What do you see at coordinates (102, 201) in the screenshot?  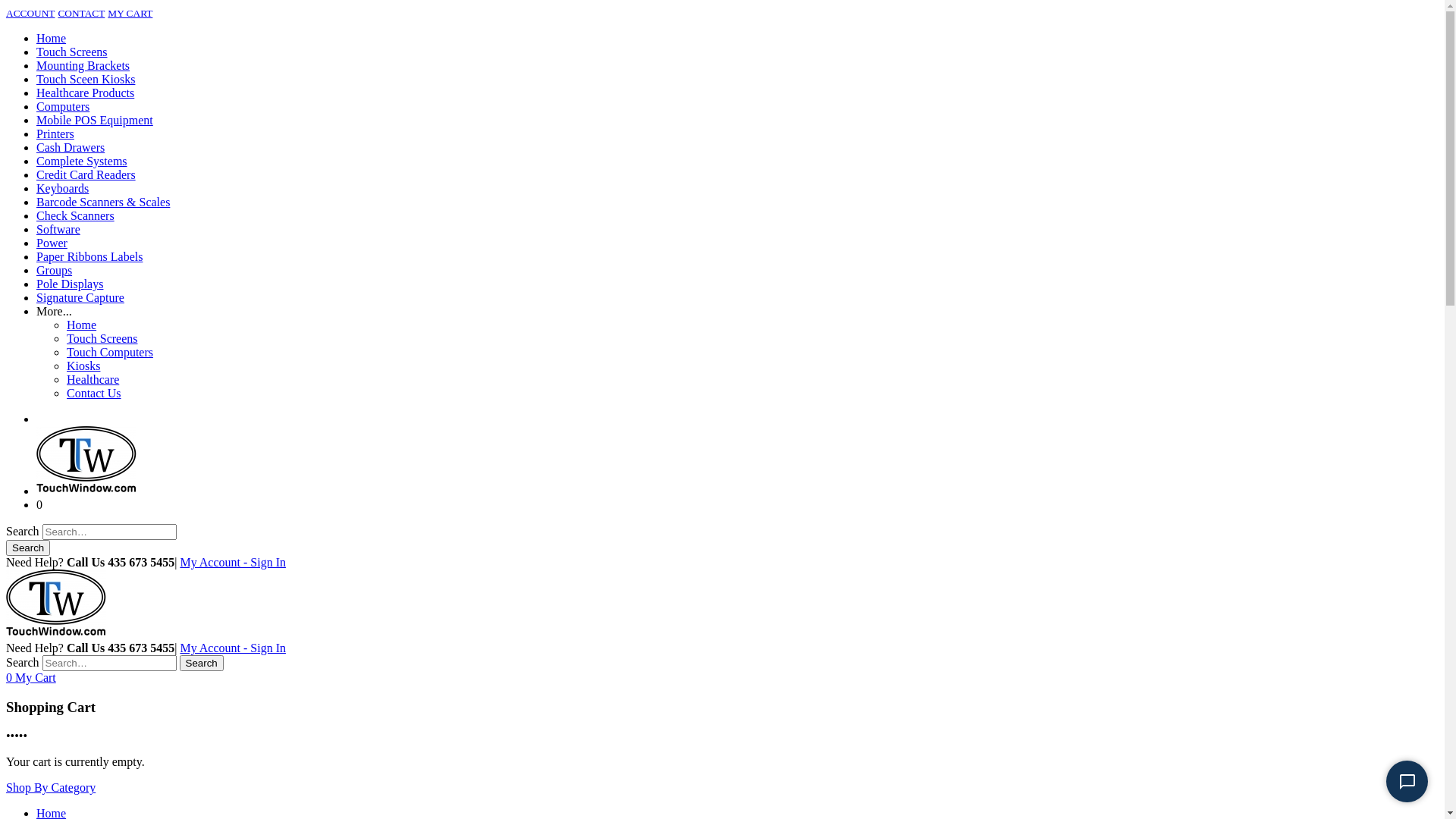 I see `'Barcode Scanners & Scales'` at bounding box center [102, 201].